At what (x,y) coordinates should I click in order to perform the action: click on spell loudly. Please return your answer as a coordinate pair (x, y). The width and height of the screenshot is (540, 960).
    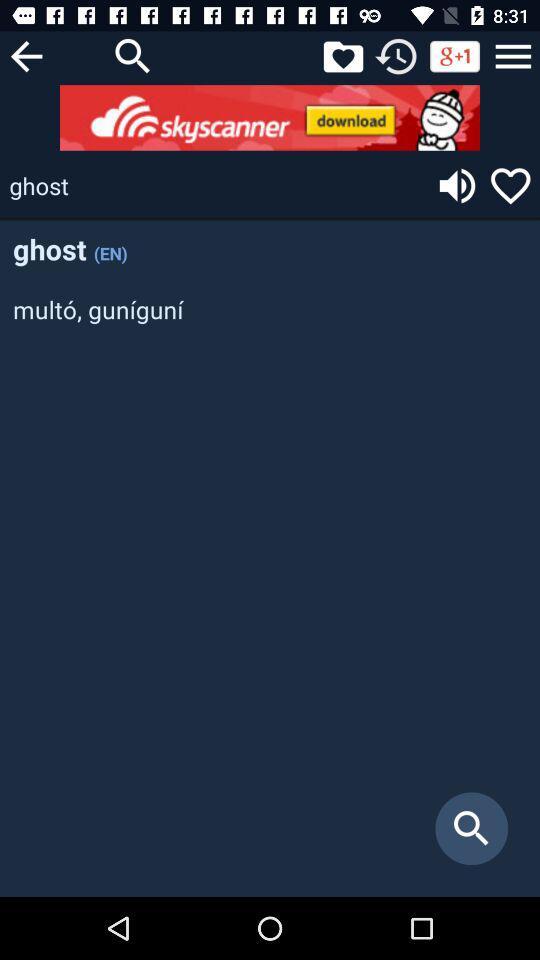
    Looking at the image, I should click on (457, 185).